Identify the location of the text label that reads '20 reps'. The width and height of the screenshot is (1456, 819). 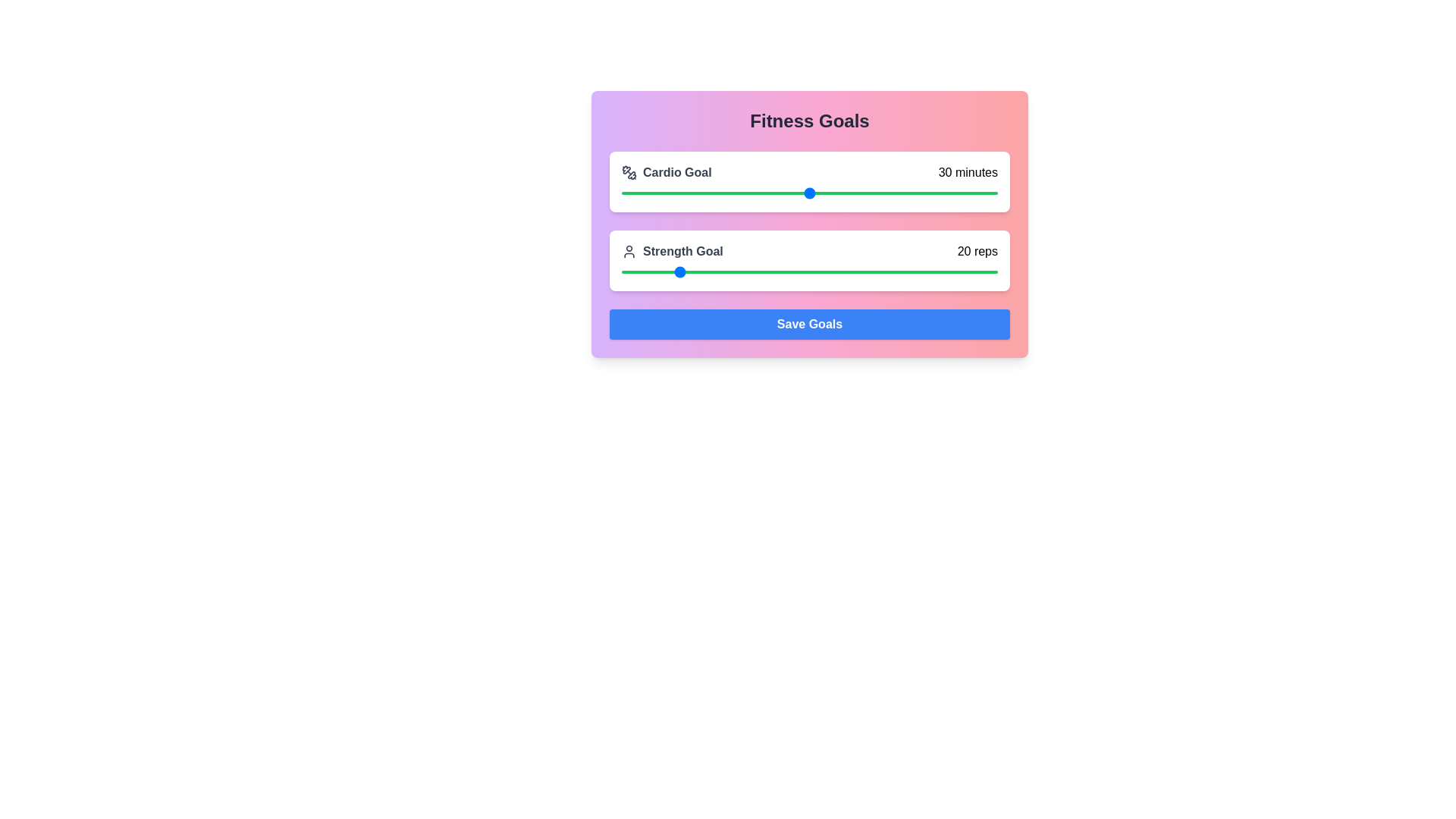
(977, 250).